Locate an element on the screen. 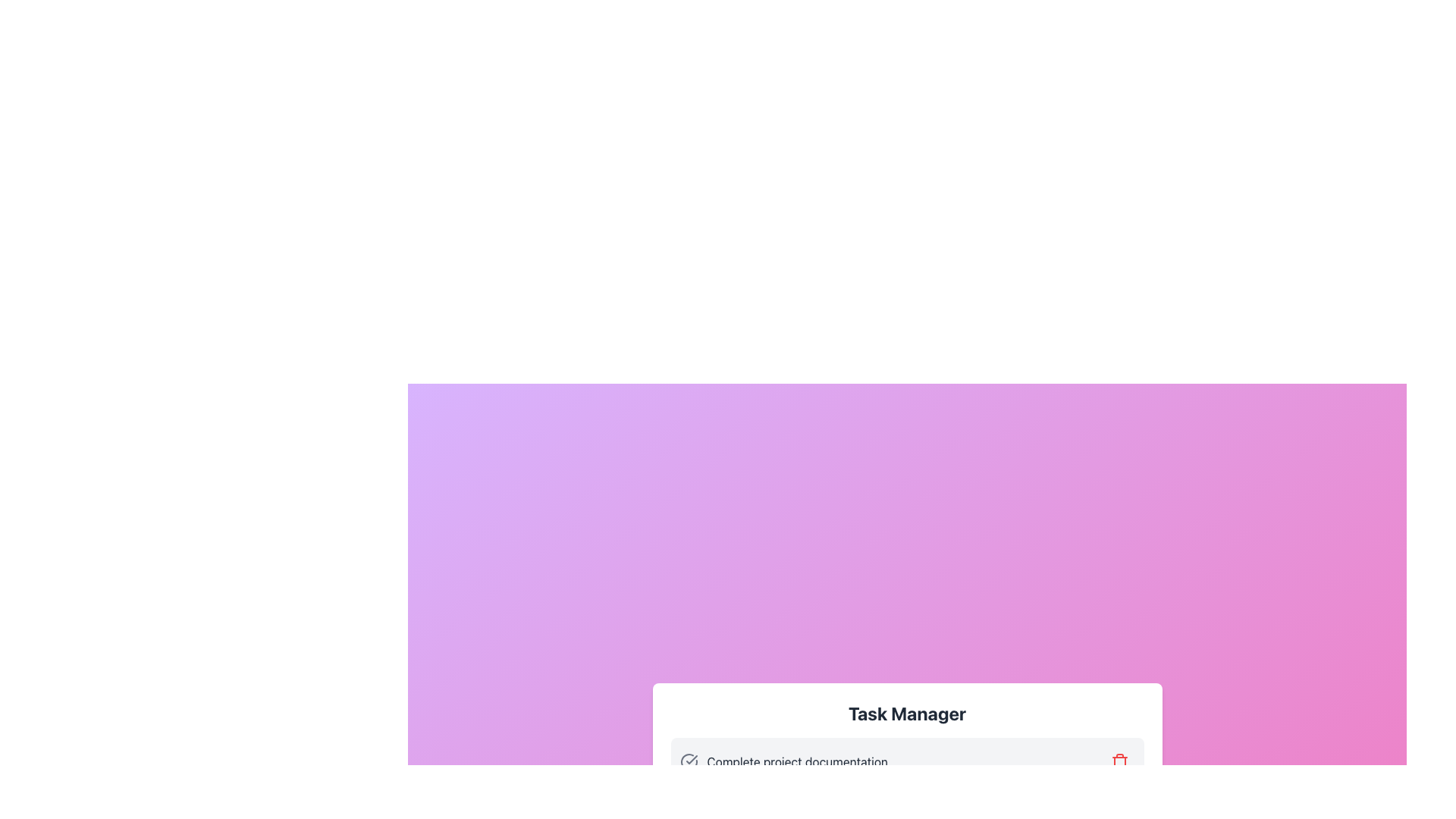 The height and width of the screenshot is (819, 1456). the status icon located to the left of the text 'Complete project documentation' is located at coordinates (688, 762).